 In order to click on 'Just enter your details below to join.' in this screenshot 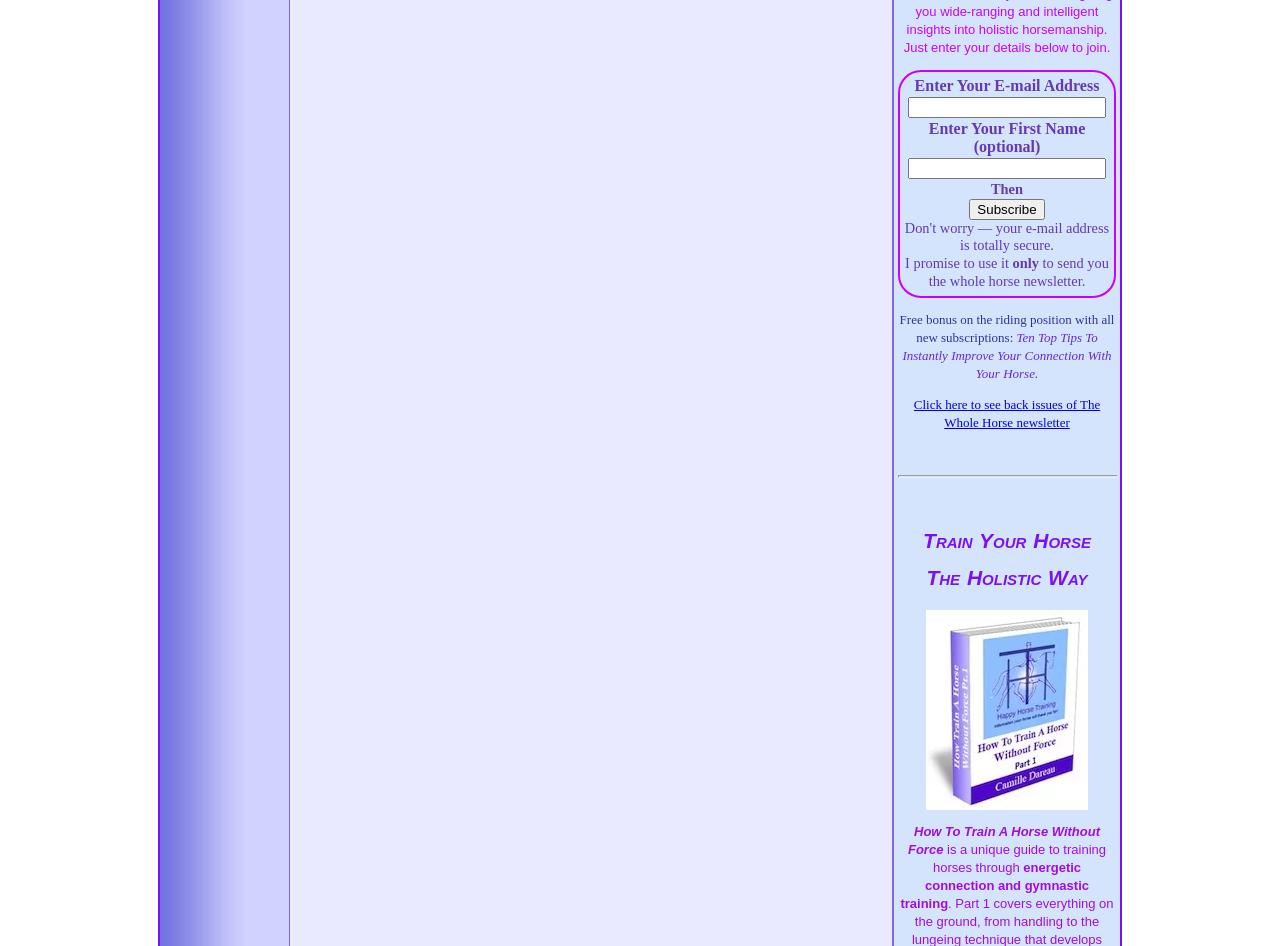, I will do `click(1006, 47)`.